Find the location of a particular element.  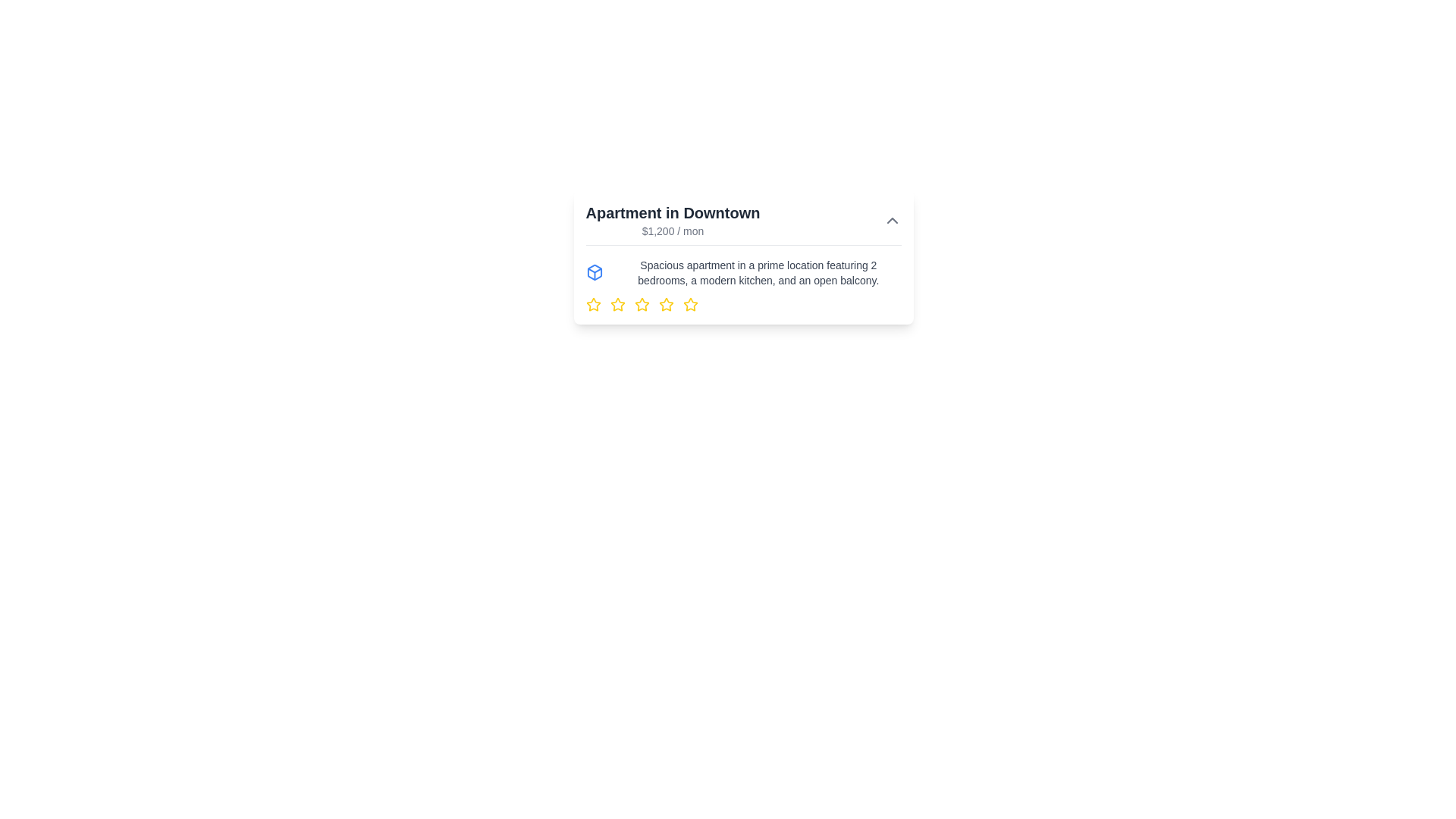

the third star icon with a yellow outline, which is part of a horizontal arrangement of five stars representing a rating option, located below the description text about an apartment listing is located at coordinates (617, 304).